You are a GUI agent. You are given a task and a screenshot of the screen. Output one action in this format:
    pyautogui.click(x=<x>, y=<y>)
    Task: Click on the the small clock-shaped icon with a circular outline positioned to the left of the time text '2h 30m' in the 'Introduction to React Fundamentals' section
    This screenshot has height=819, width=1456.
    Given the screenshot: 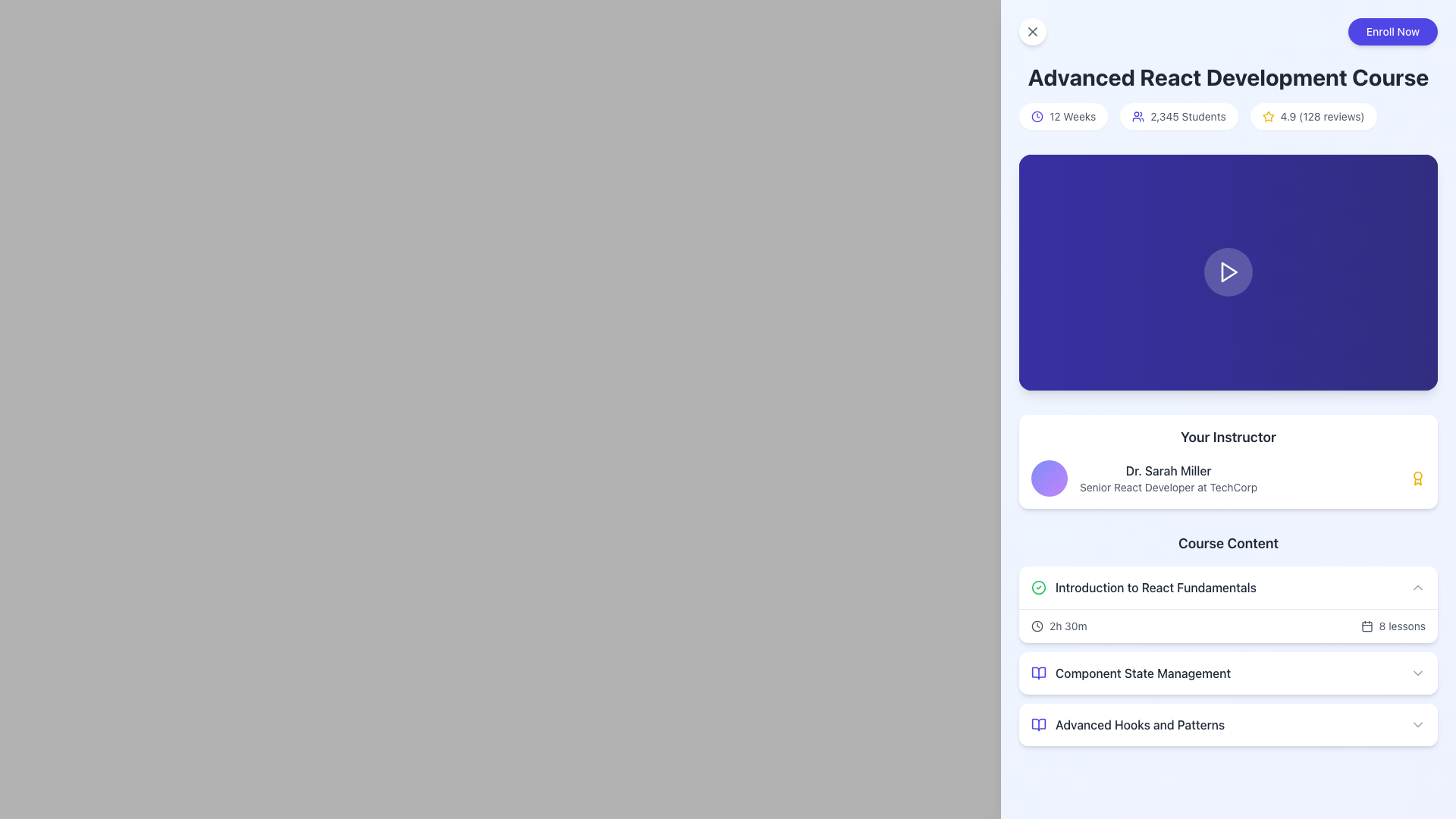 What is the action you would take?
    pyautogui.click(x=1037, y=626)
    